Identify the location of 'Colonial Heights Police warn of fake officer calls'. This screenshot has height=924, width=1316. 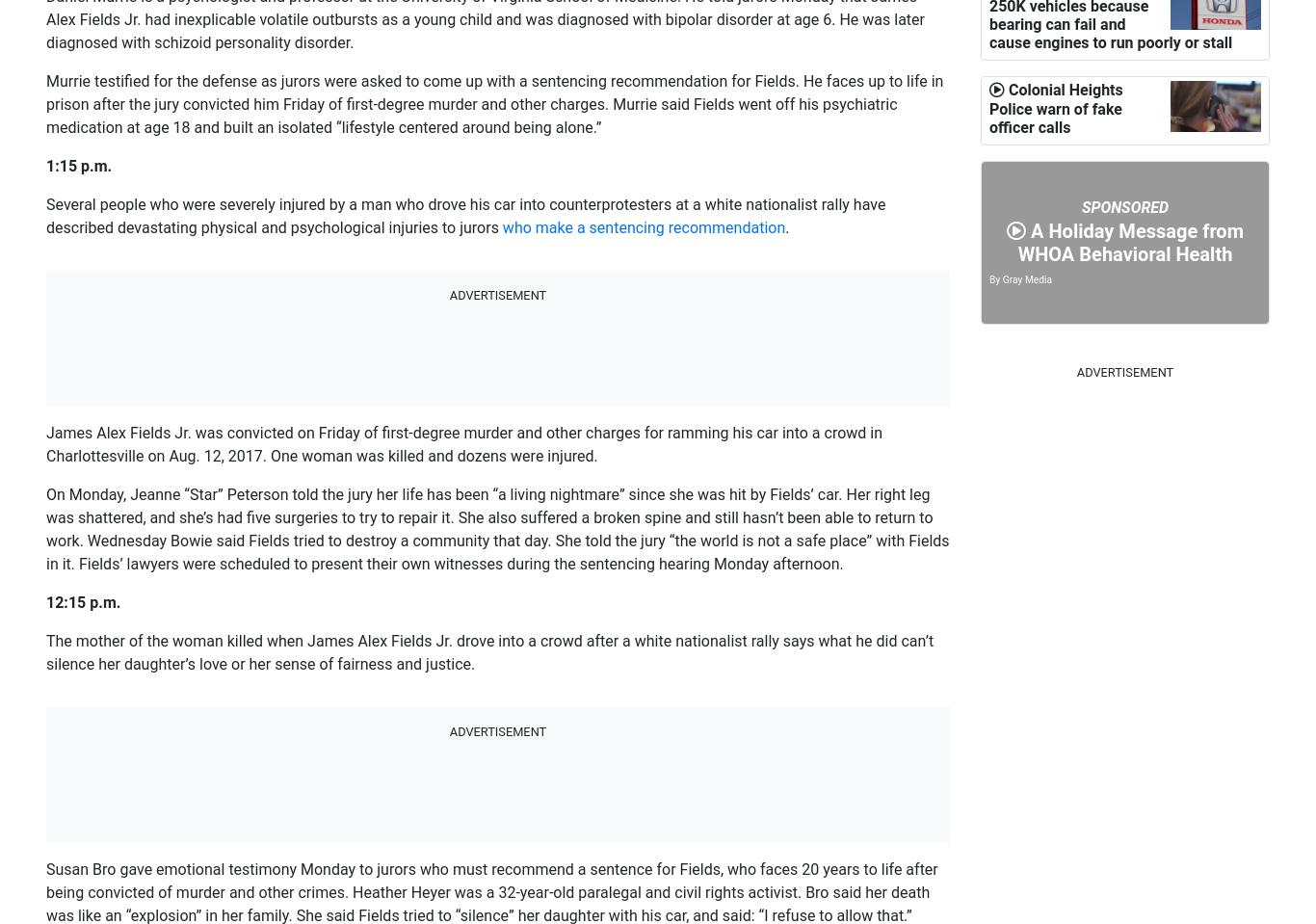
(1054, 291).